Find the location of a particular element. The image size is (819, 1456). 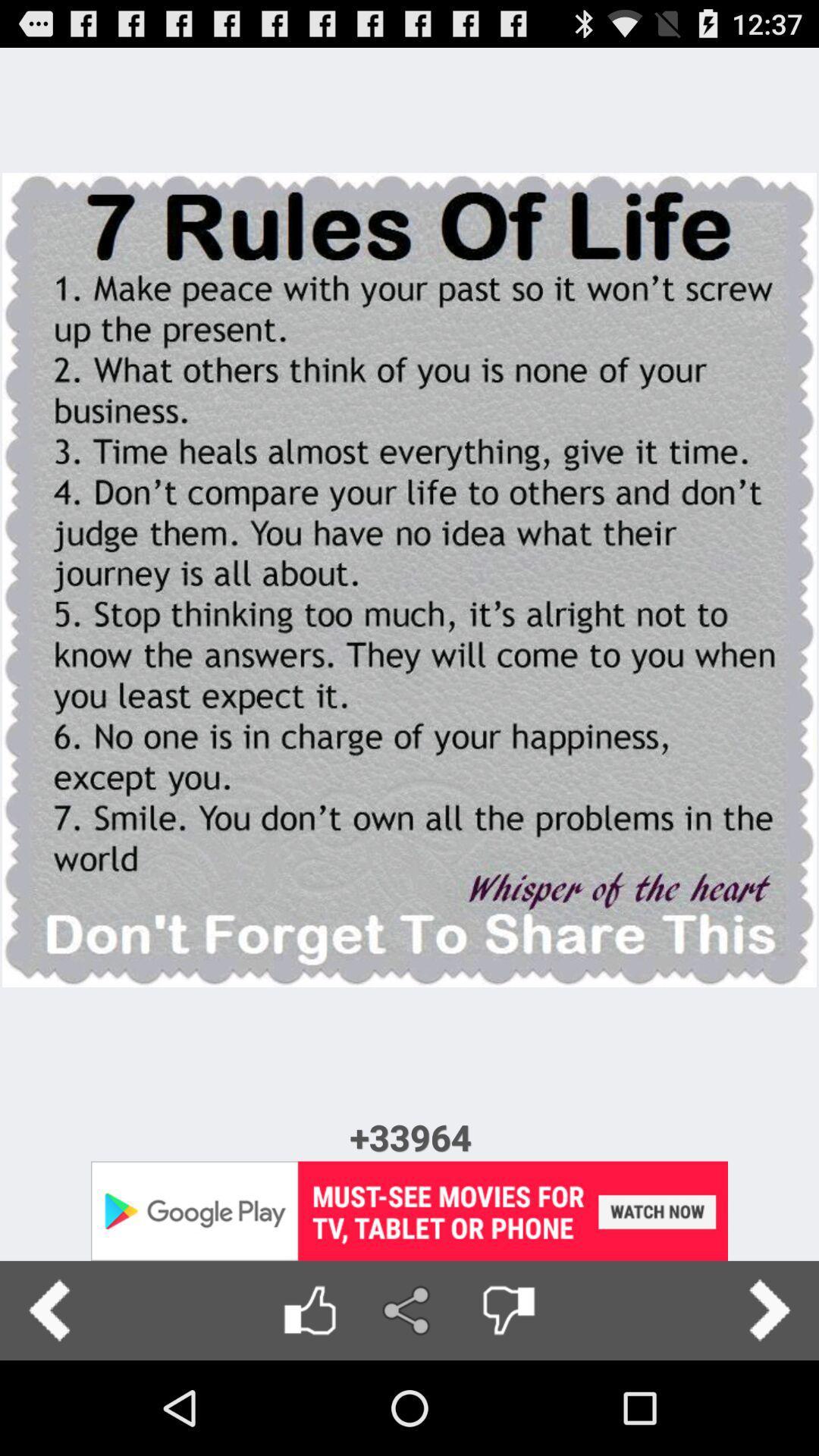

share the article is located at coordinates (408, 1310).